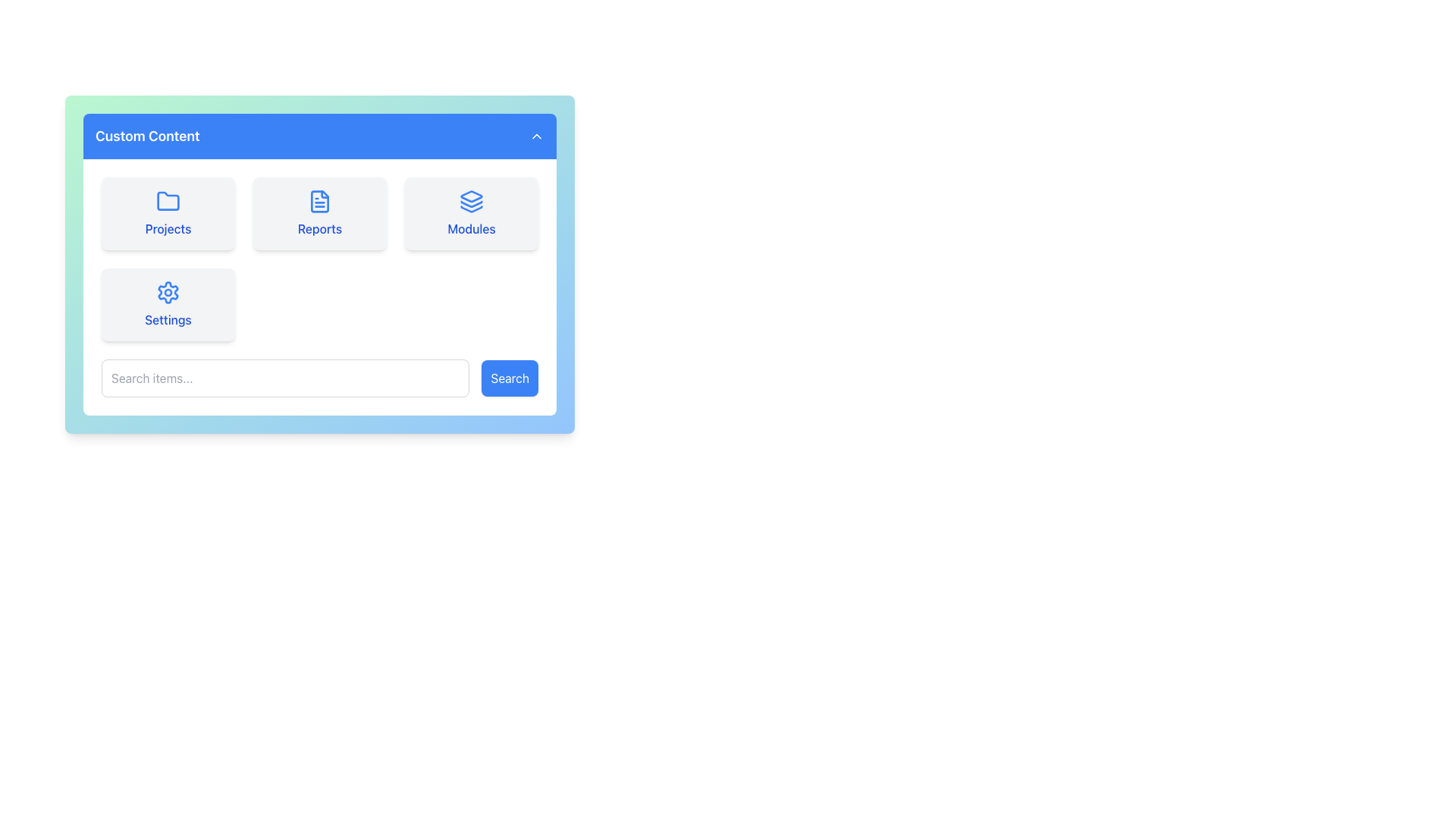 The image size is (1456, 819). What do you see at coordinates (510, 377) in the screenshot?
I see `the search button located within the lower section of the 'Custom Content' component to observe its hover effects` at bounding box center [510, 377].